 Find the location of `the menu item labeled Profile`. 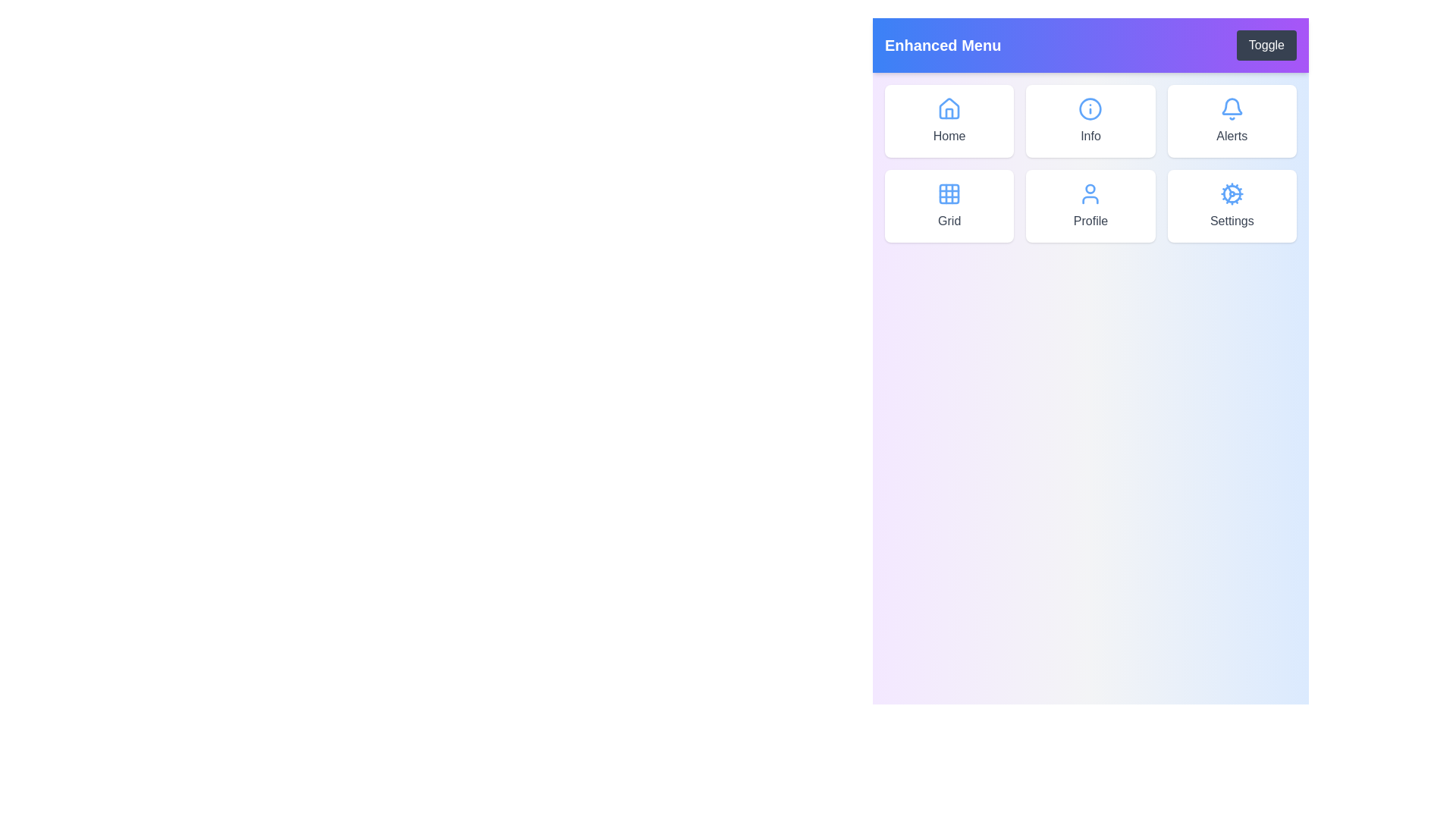

the menu item labeled Profile is located at coordinates (1090, 206).